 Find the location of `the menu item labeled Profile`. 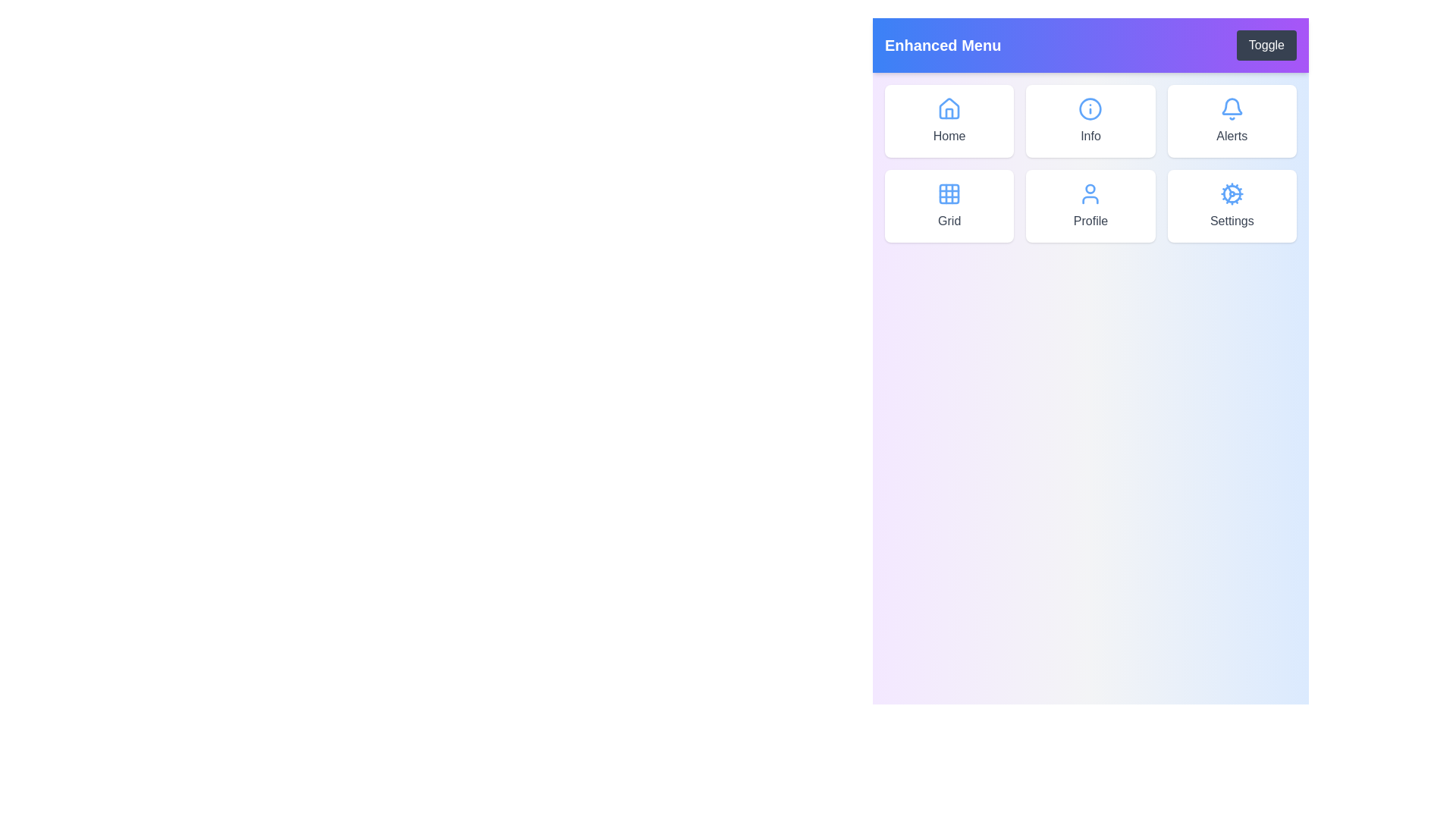

the menu item labeled Profile is located at coordinates (1090, 206).